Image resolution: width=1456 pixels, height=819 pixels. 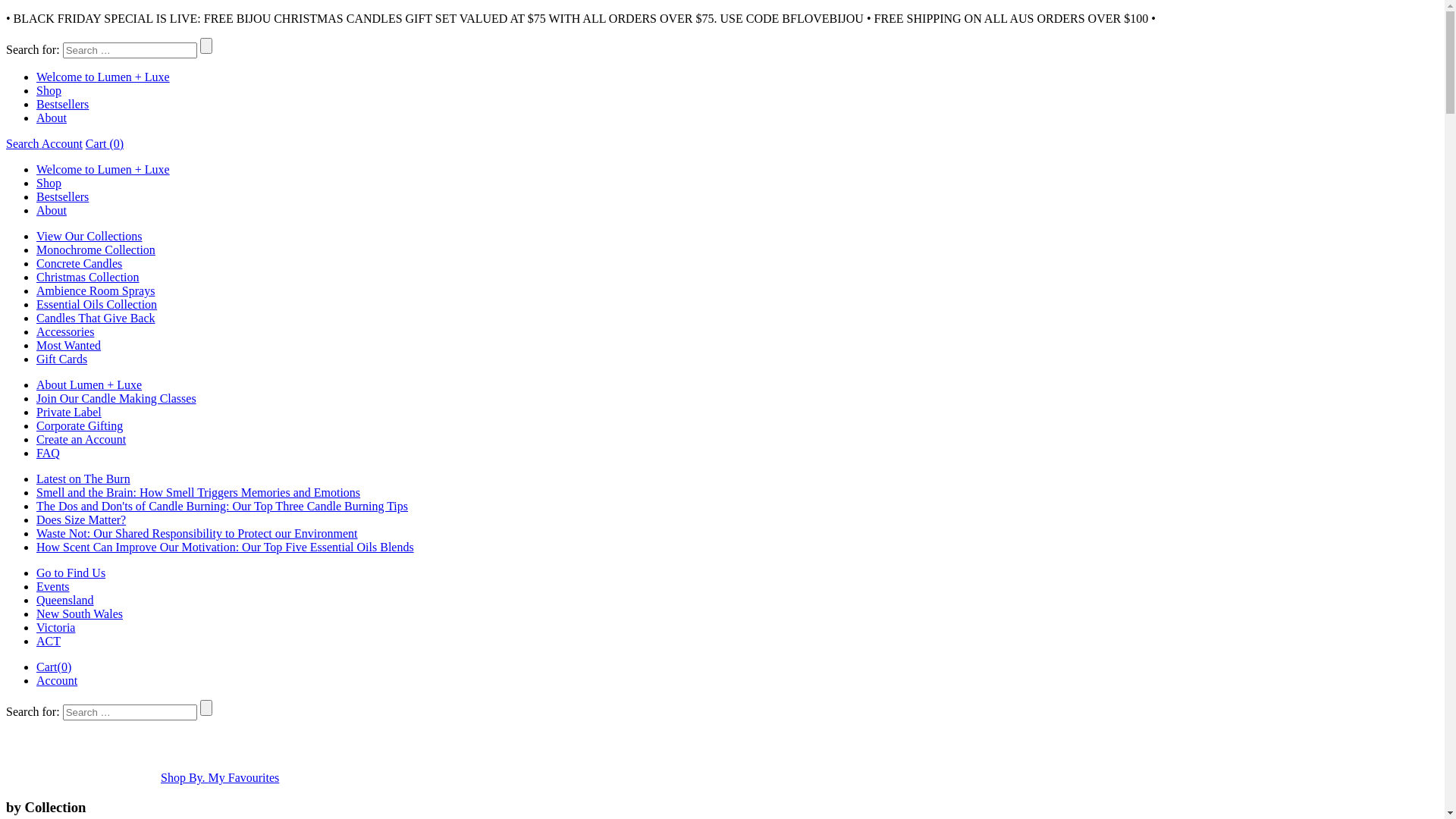 I want to click on 'Cart(0)', so click(x=36, y=666).